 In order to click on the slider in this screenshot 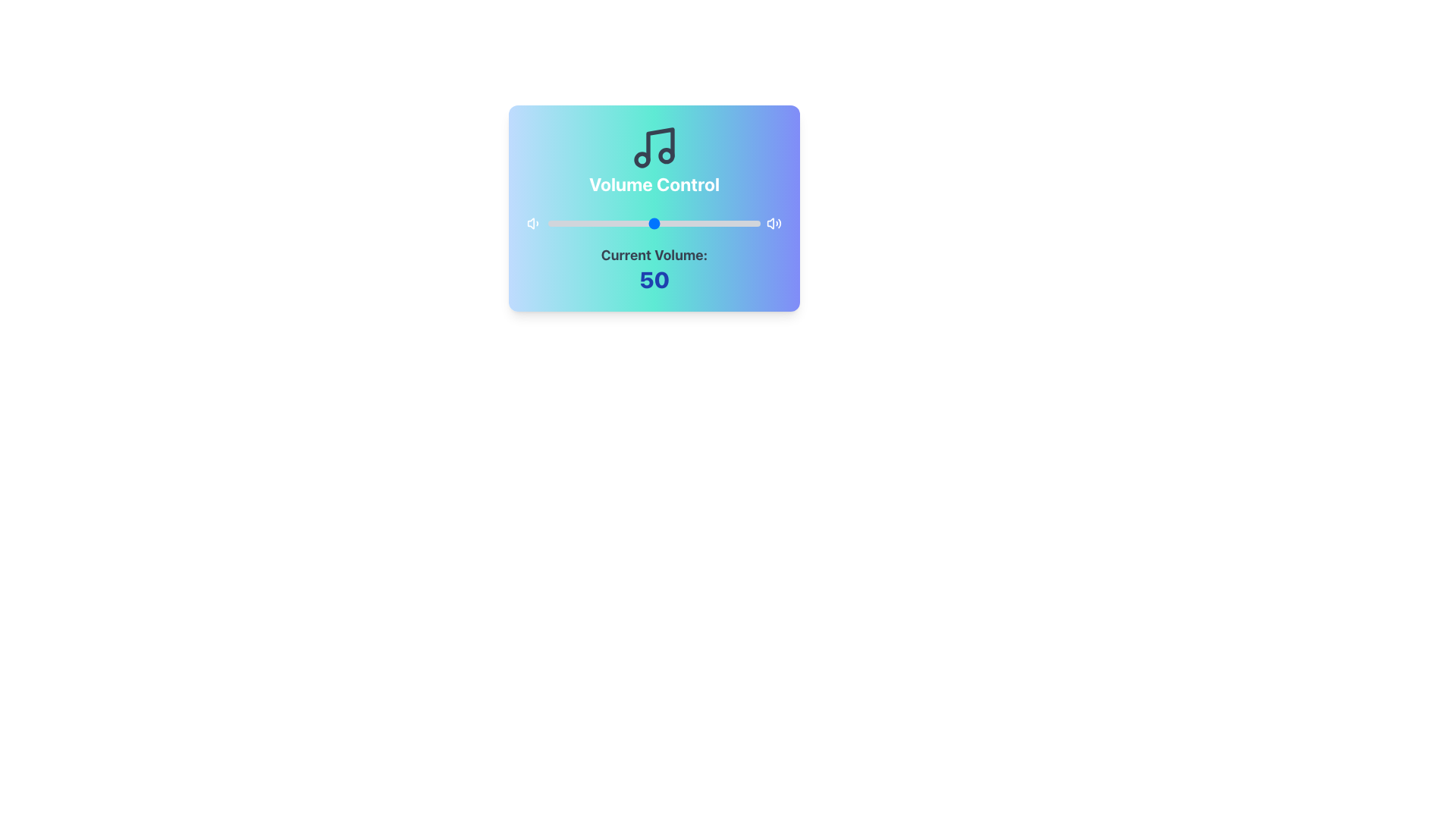, I will do `click(656, 223)`.